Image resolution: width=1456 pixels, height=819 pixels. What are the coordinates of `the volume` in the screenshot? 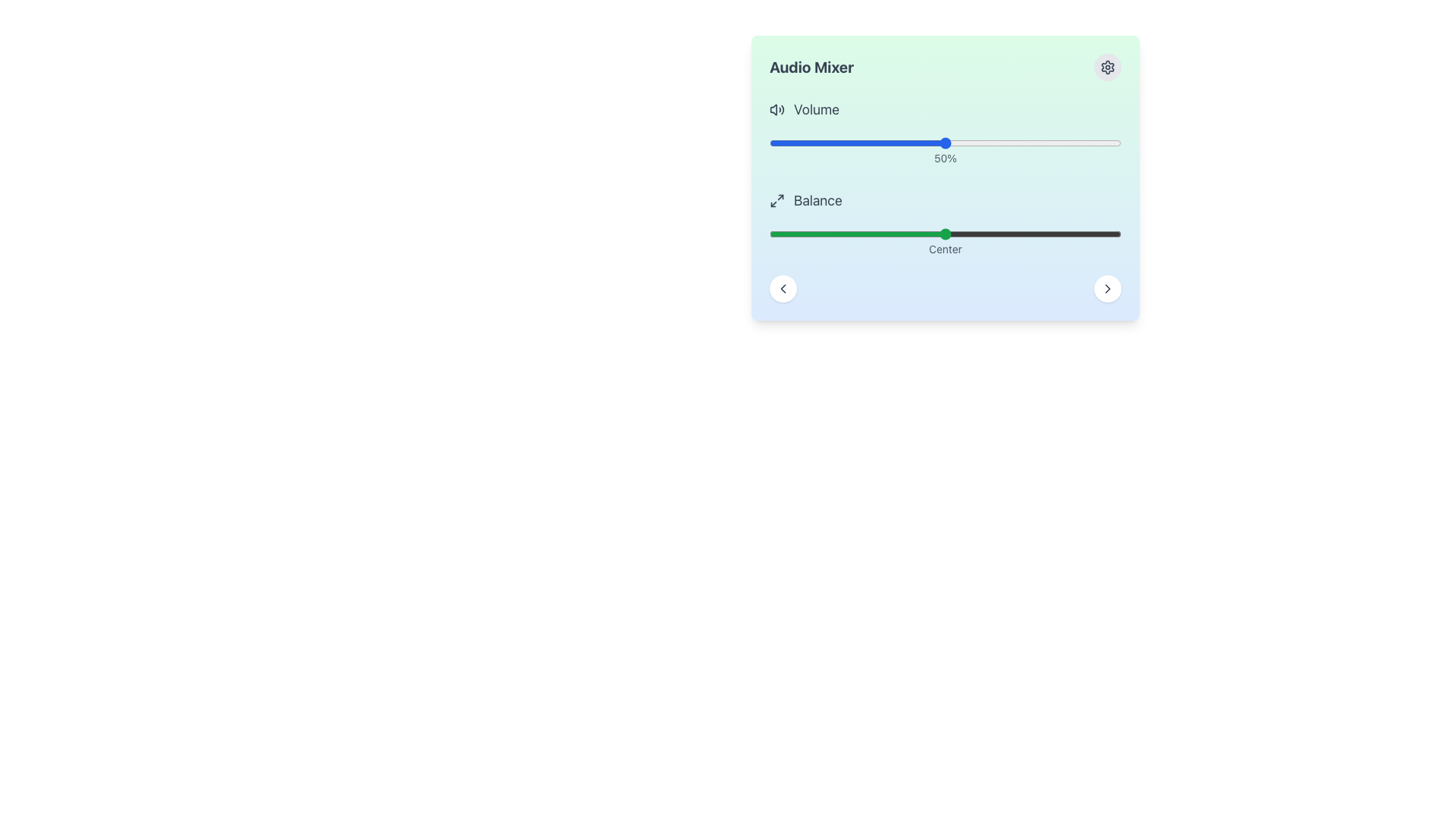 It's located at (773, 143).